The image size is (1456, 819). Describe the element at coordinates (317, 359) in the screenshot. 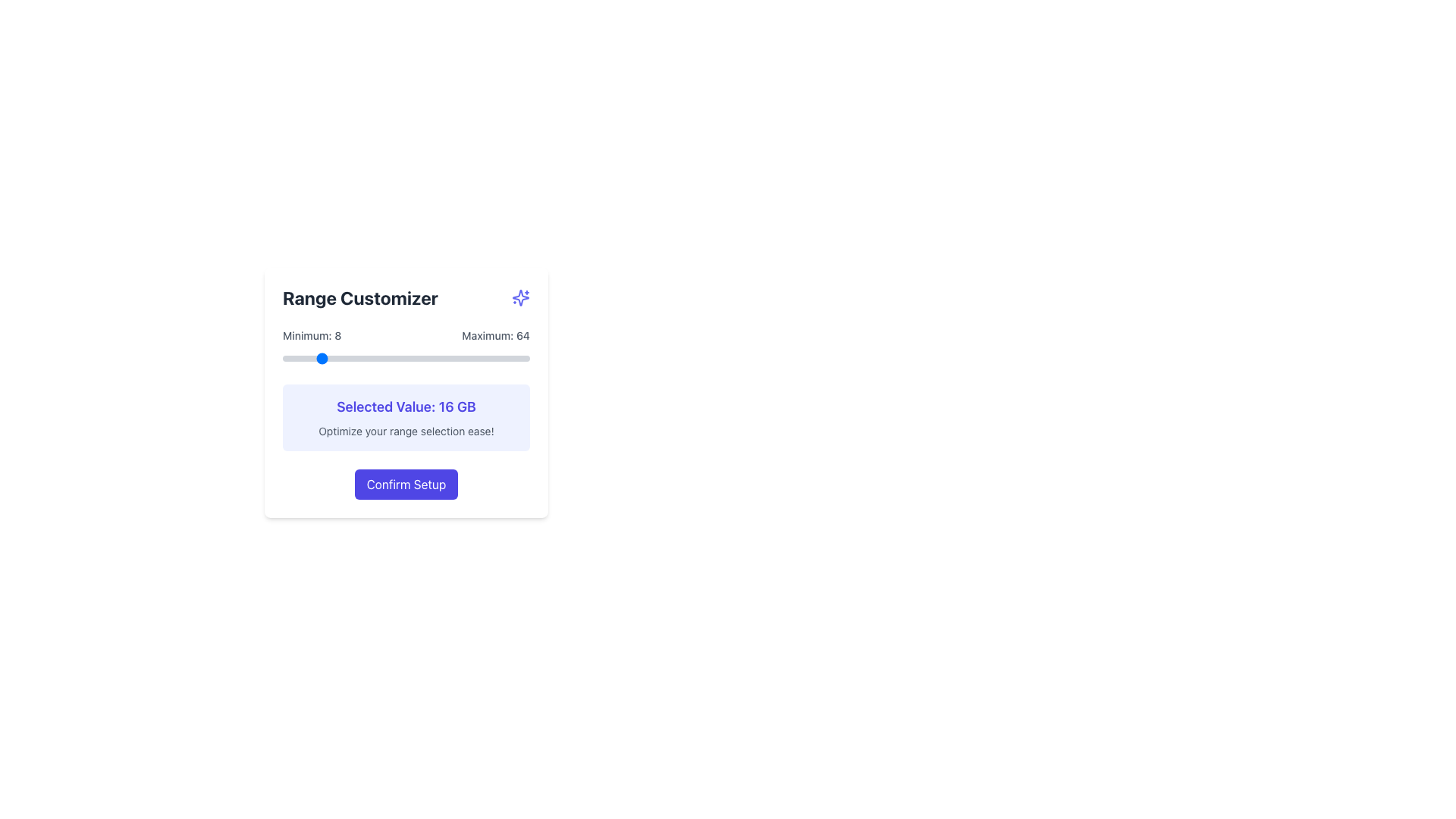

I see `the slider value` at that location.